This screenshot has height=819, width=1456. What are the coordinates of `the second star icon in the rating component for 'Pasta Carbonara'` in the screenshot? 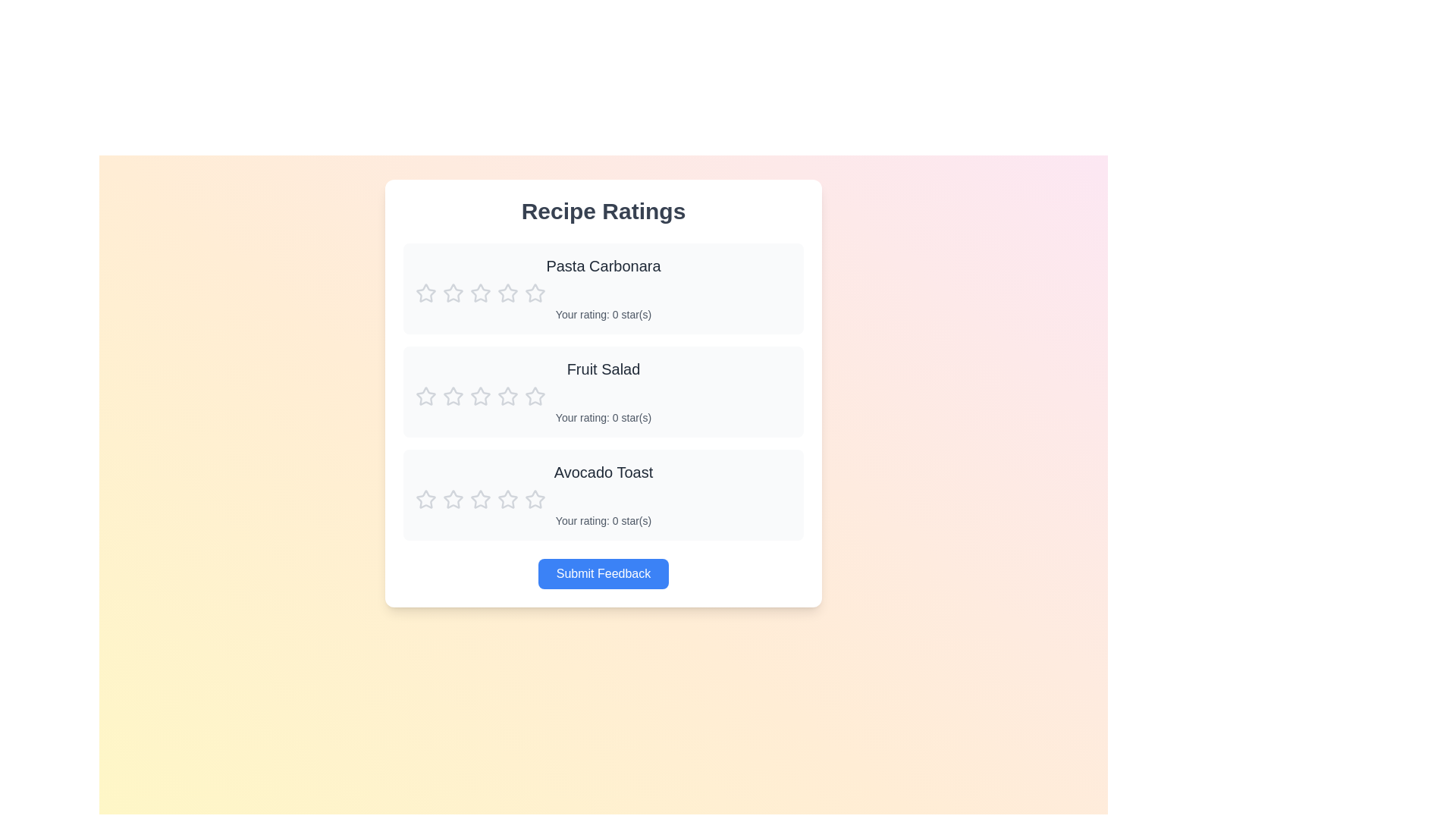 It's located at (535, 292).